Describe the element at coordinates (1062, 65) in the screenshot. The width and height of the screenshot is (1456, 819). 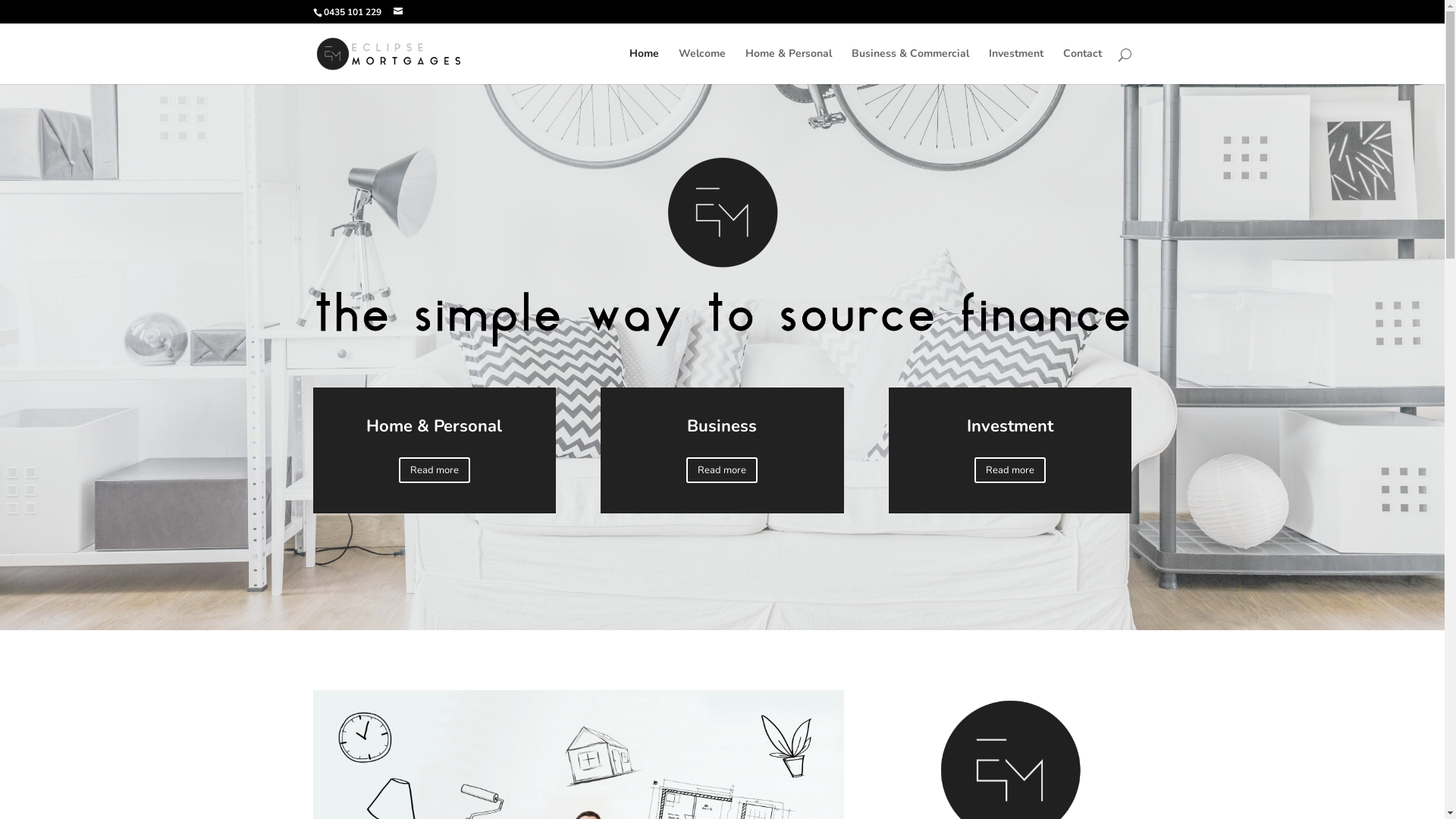
I see `'Contact'` at that location.